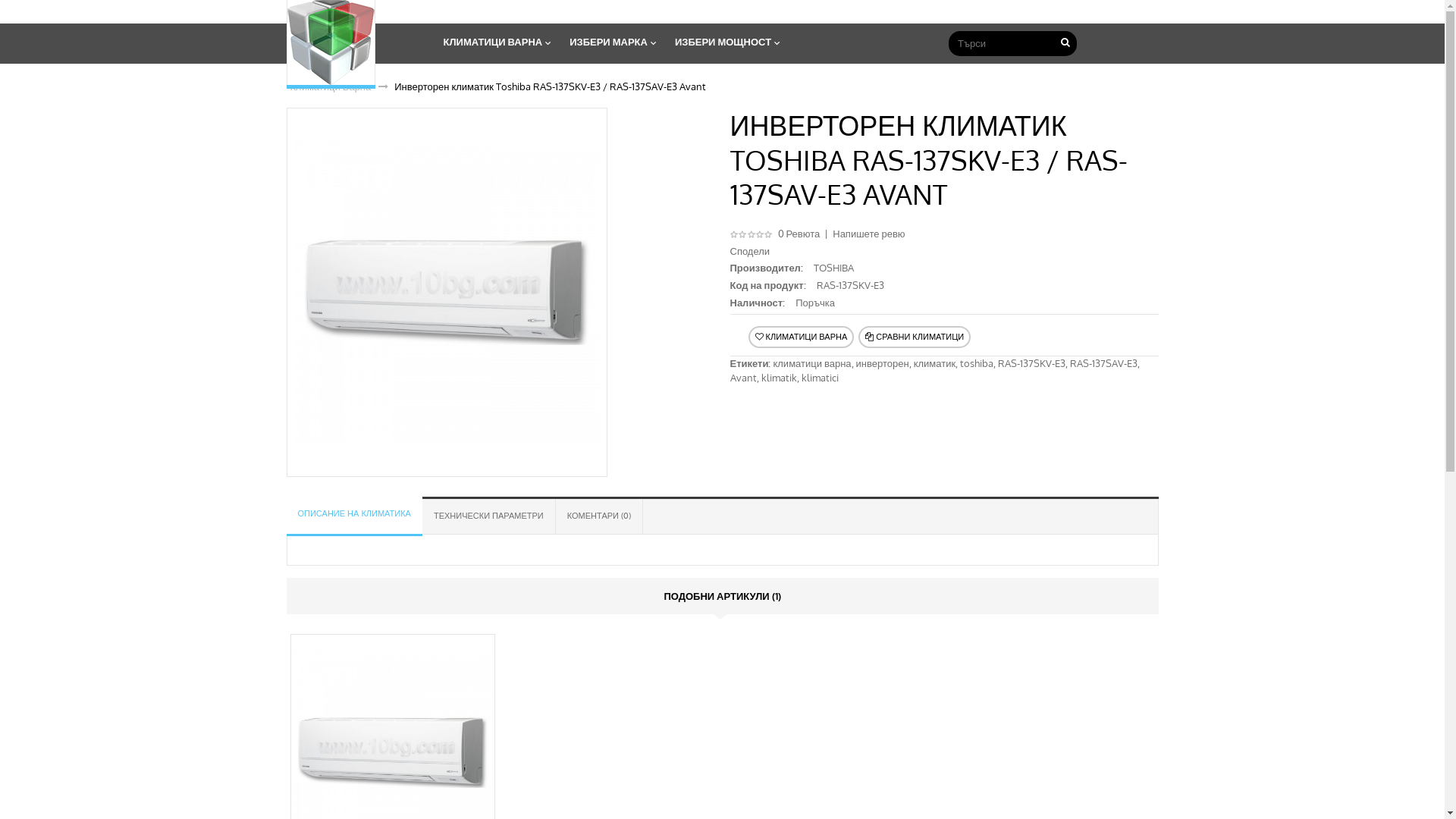  Describe the element at coordinates (1069, 362) in the screenshot. I see `'RAS-137SAV-E3'` at that location.